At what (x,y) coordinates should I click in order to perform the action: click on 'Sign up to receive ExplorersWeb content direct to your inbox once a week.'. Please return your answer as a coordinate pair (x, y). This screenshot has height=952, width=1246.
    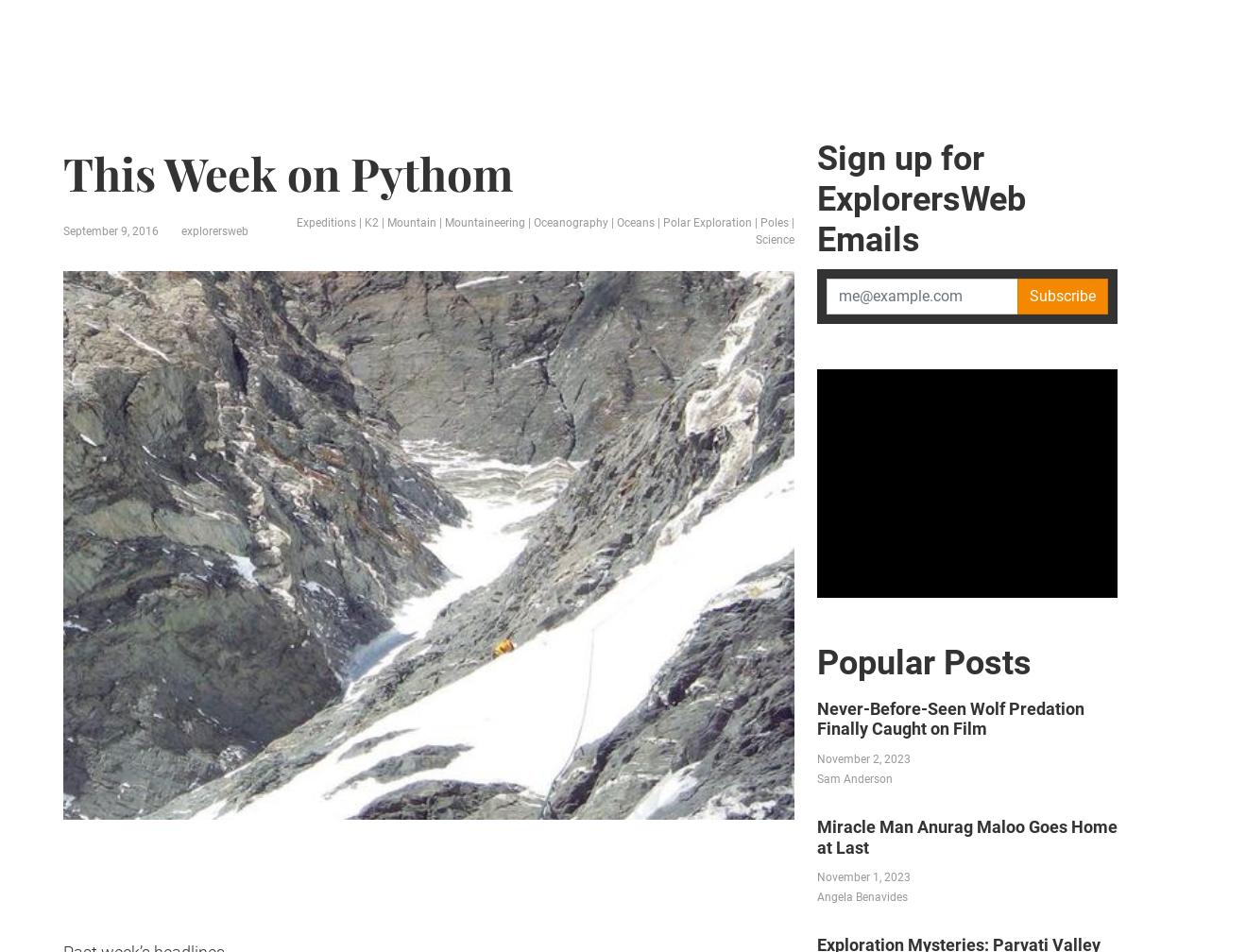
    Looking at the image, I should click on (572, 896).